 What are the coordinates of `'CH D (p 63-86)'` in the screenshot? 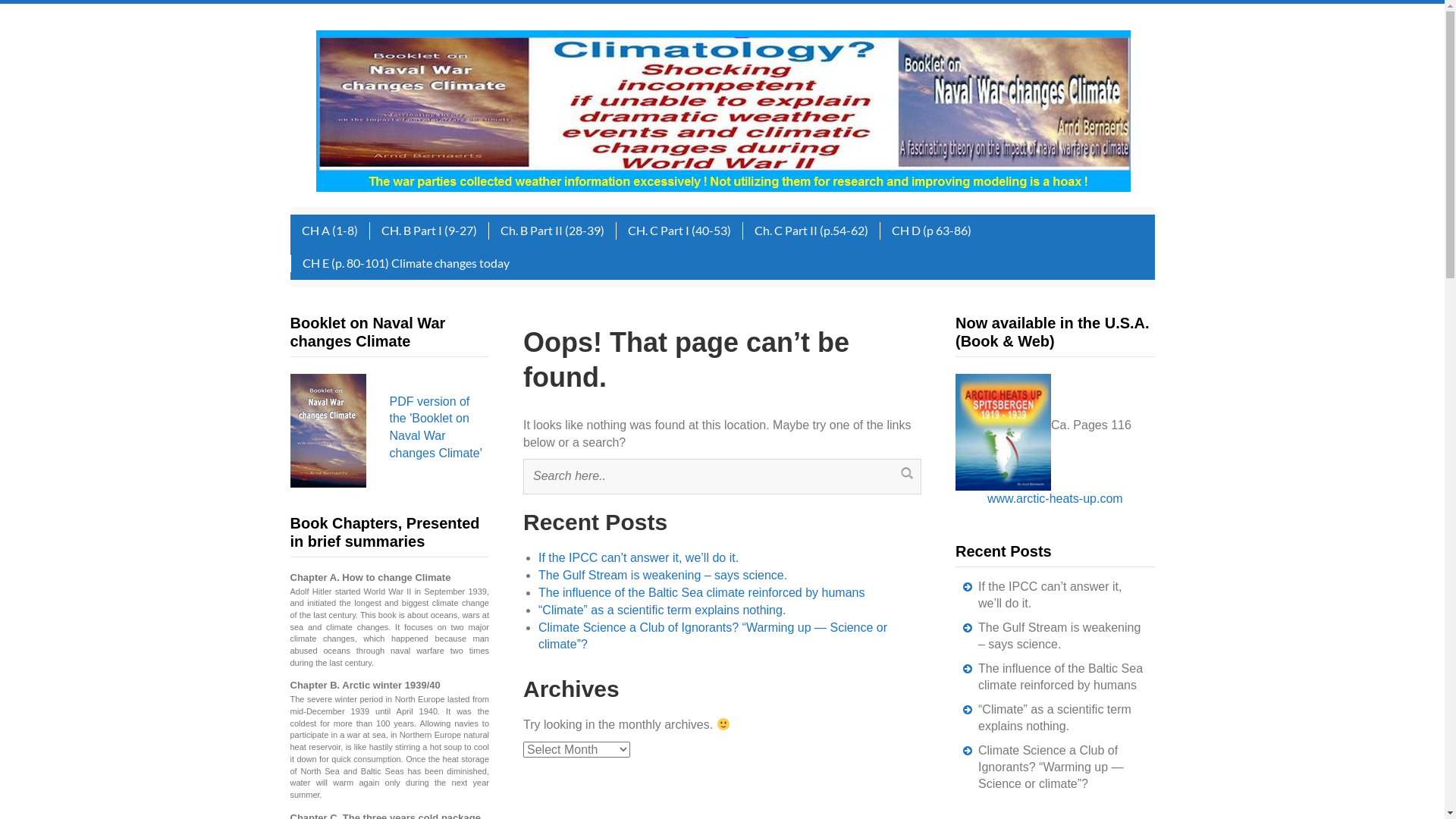 It's located at (930, 231).